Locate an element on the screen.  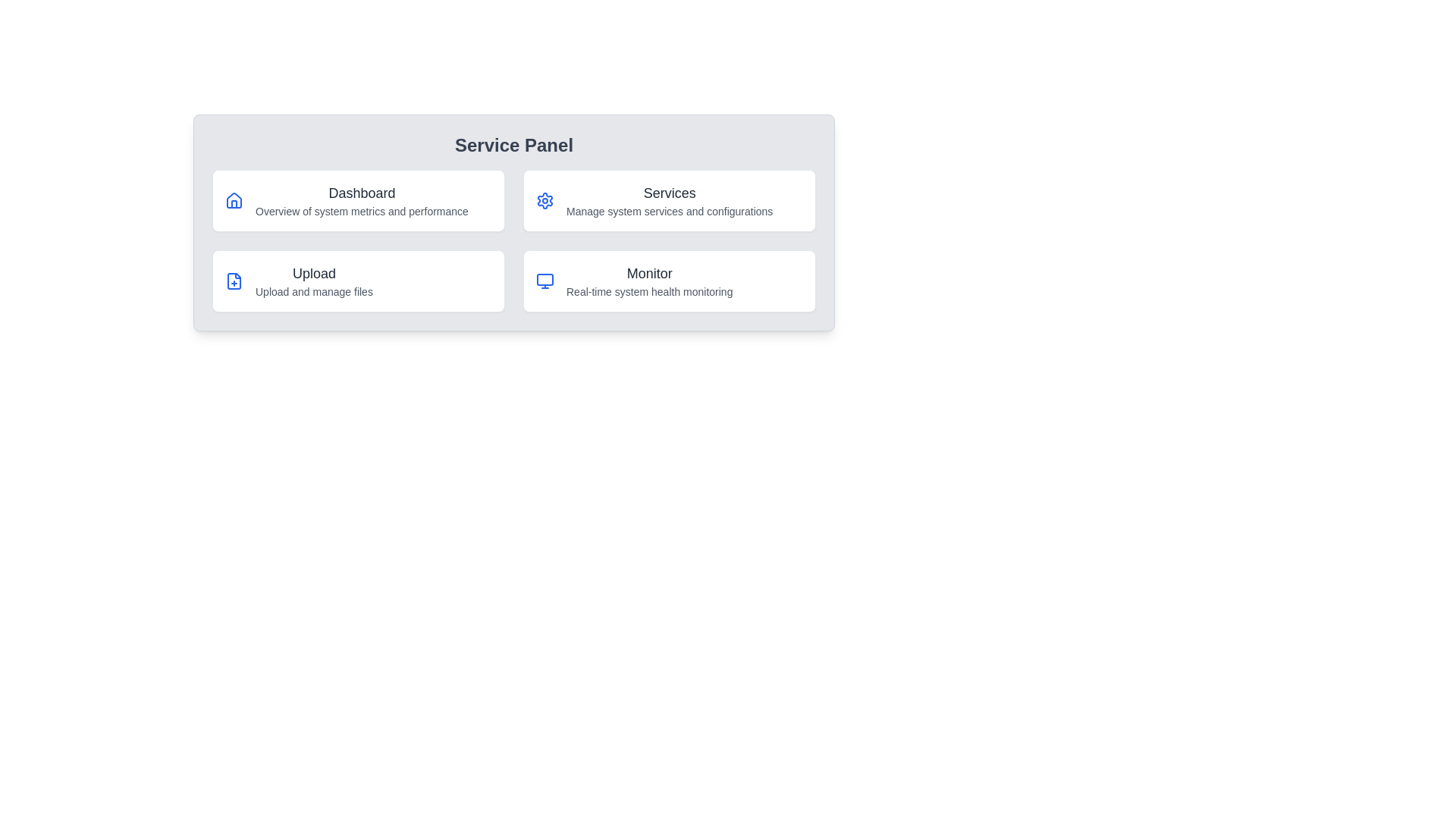
the 'Dashboard' text block, which consists of two lines, with the first line being bold and medium-large, and the second line lighter and smaller, located in the top-left section of the grid structure is located at coordinates (361, 200).